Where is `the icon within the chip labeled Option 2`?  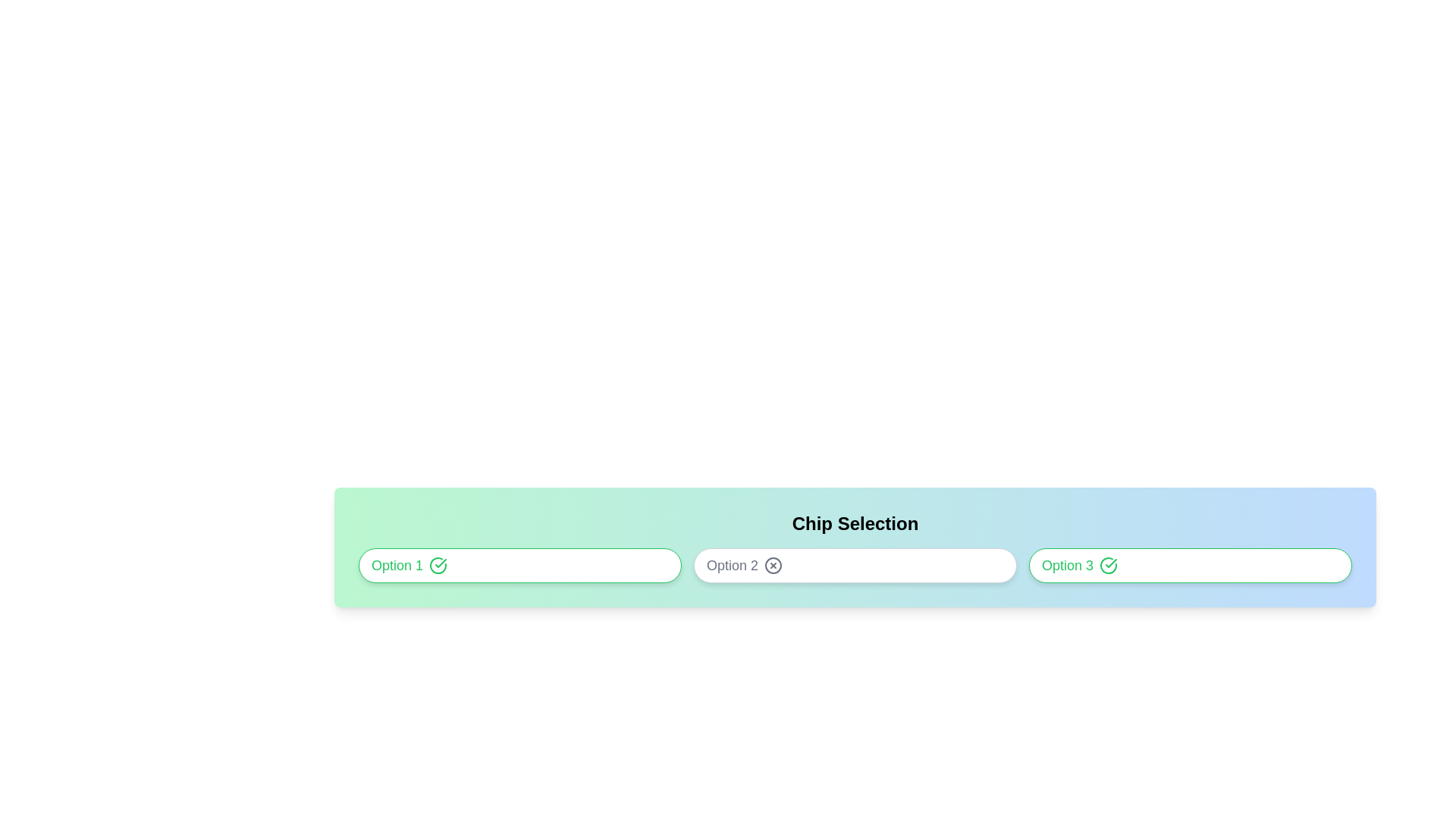 the icon within the chip labeled Option 2 is located at coordinates (773, 565).